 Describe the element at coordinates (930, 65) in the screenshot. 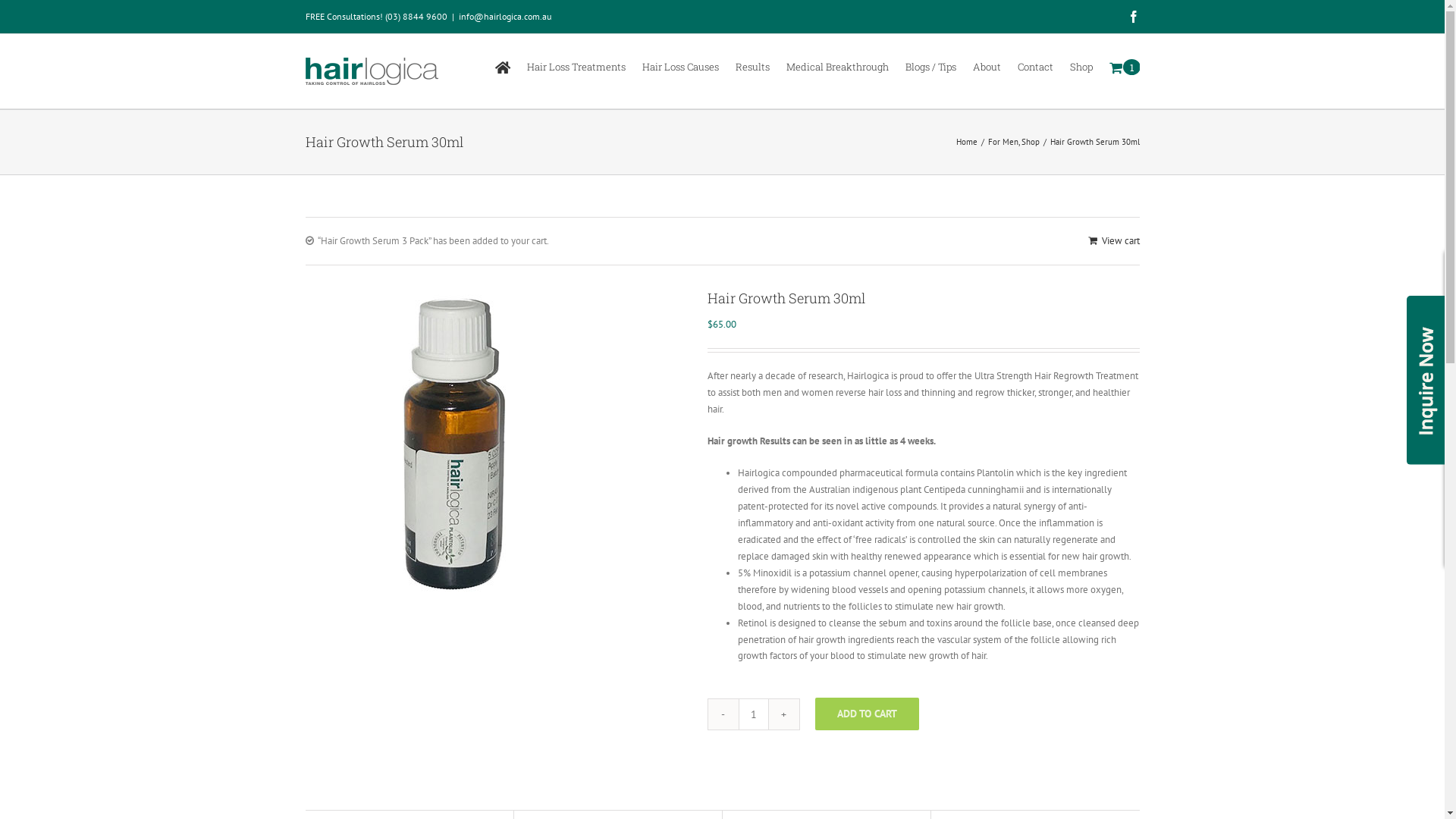

I see `'Blogs / Tips'` at that location.